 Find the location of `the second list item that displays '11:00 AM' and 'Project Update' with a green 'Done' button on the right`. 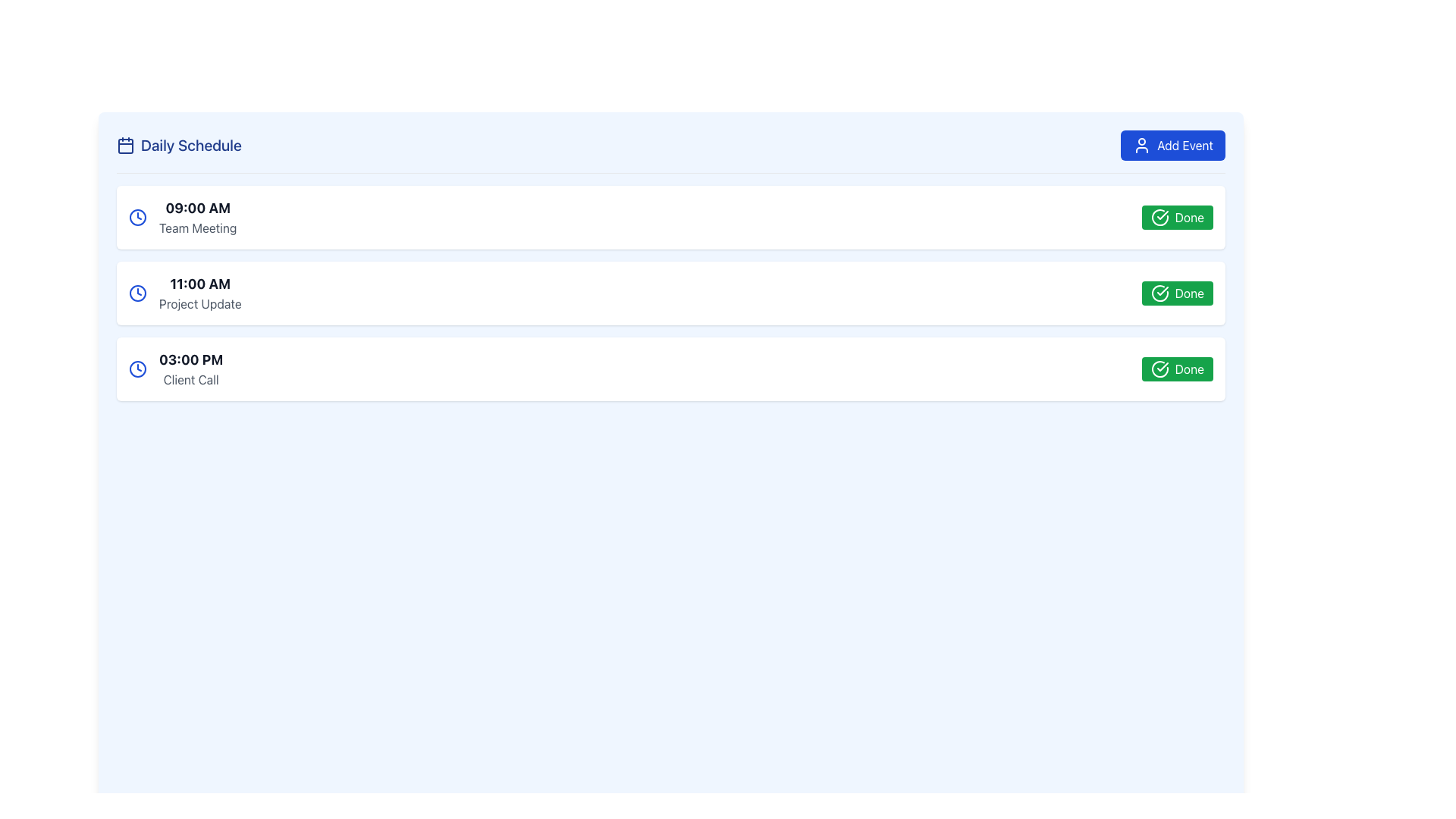

the second list item that displays '11:00 AM' and 'Project Update' with a green 'Done' button on the right is located at coordinates (670, 293).